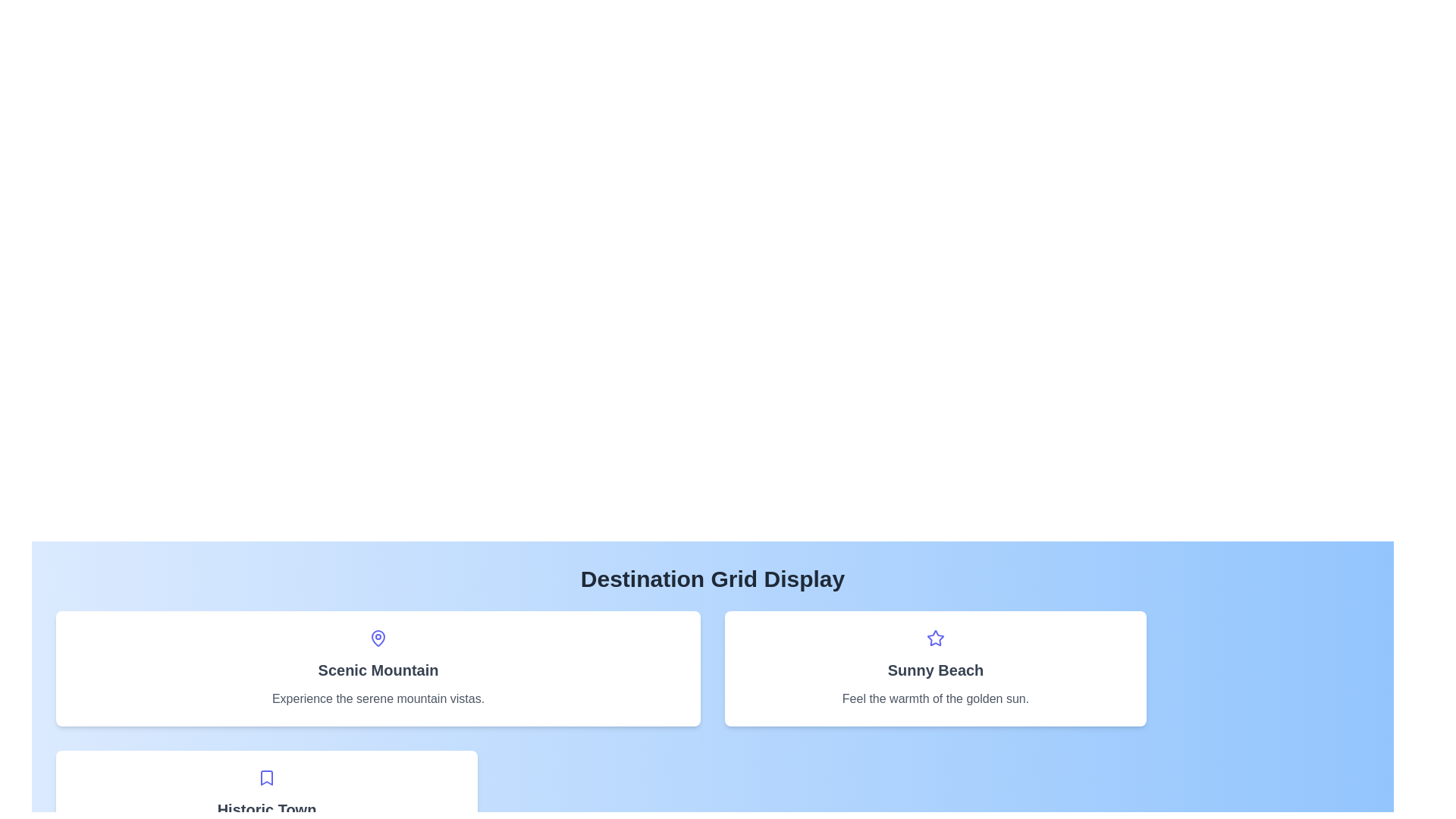 The width and height of the screenshot is (1456, 819). What do you see at coordinates (934, 638) in the screenshot?
I see `the decorative icon within the 'Sunny Beach' section that symbolizes attraction, located at the center top of the section` at bounding box center [934, 638].